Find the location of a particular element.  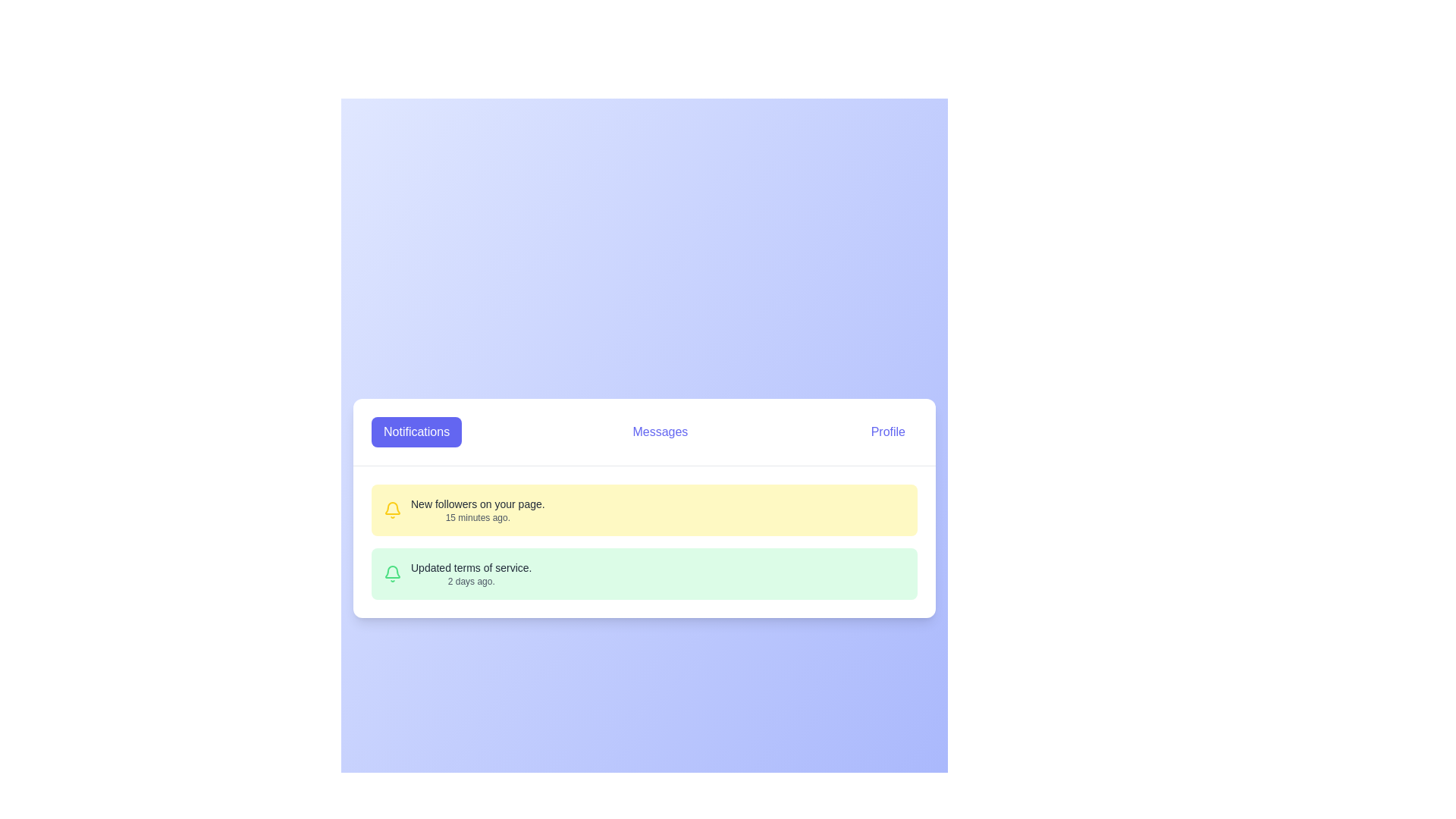

the 'Profile' button with rounded edges, styled in indigo, located in the navigation bar is located at coordinates (888, 431).